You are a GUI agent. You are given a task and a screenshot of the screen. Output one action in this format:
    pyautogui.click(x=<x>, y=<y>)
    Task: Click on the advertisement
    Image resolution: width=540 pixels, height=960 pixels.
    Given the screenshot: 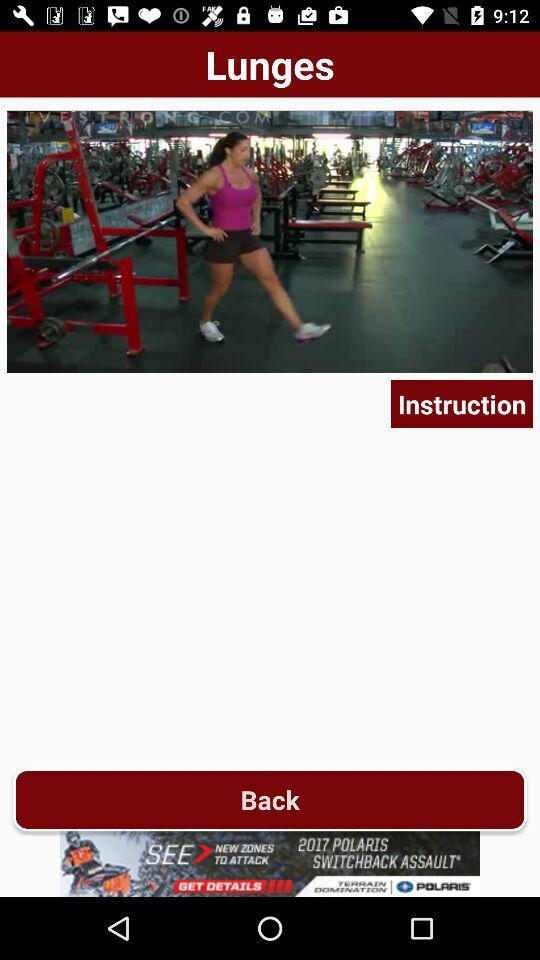 What is the action you would take?
    pyautogui.click(x=270, y=863)
    